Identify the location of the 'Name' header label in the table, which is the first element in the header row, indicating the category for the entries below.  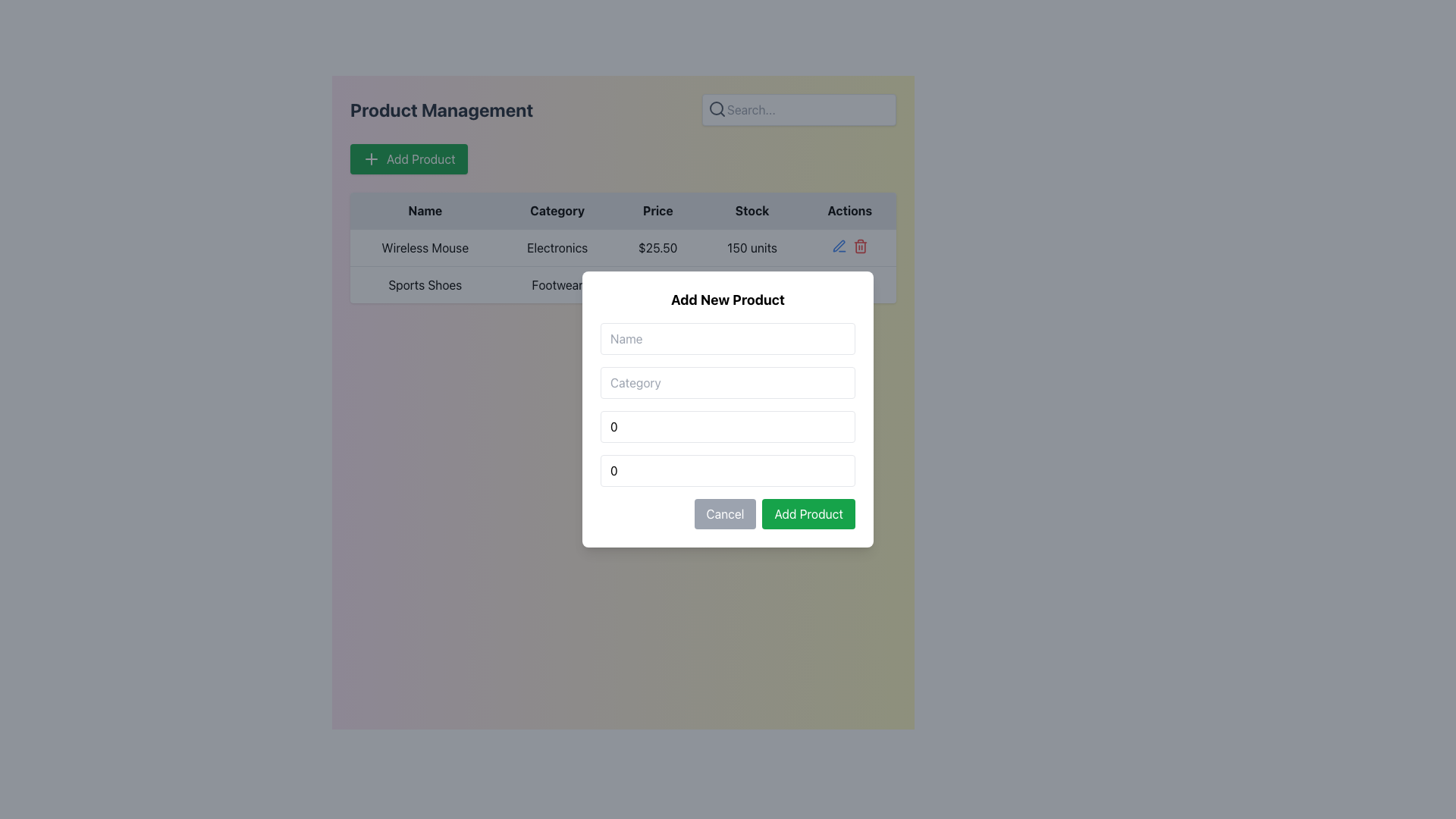
(425, 211).